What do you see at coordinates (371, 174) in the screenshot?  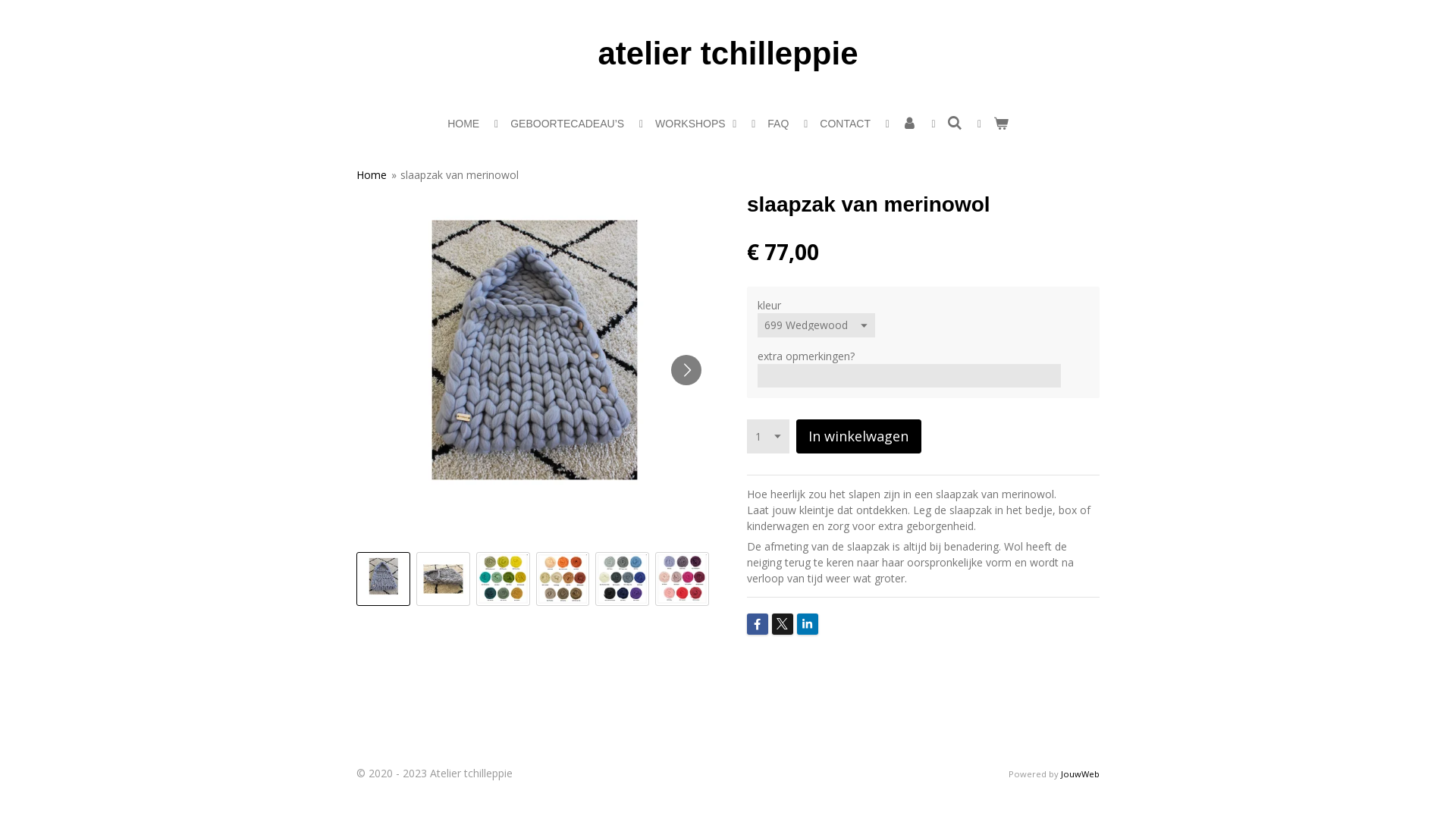 I see `'Home'` at bounding box center [371, 174].